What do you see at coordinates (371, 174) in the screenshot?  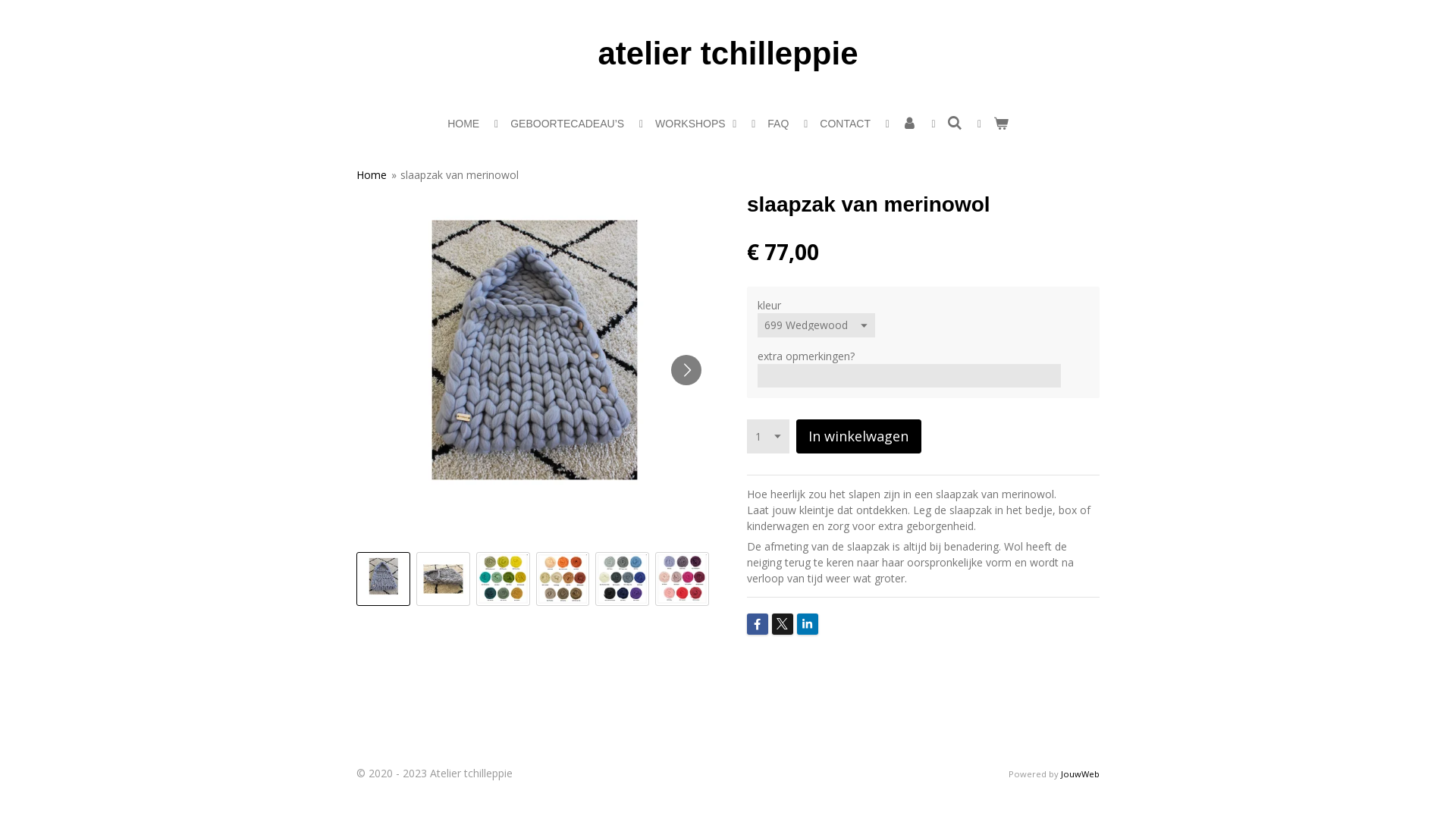 I see `'Home'` at bounding box center [371, 174].